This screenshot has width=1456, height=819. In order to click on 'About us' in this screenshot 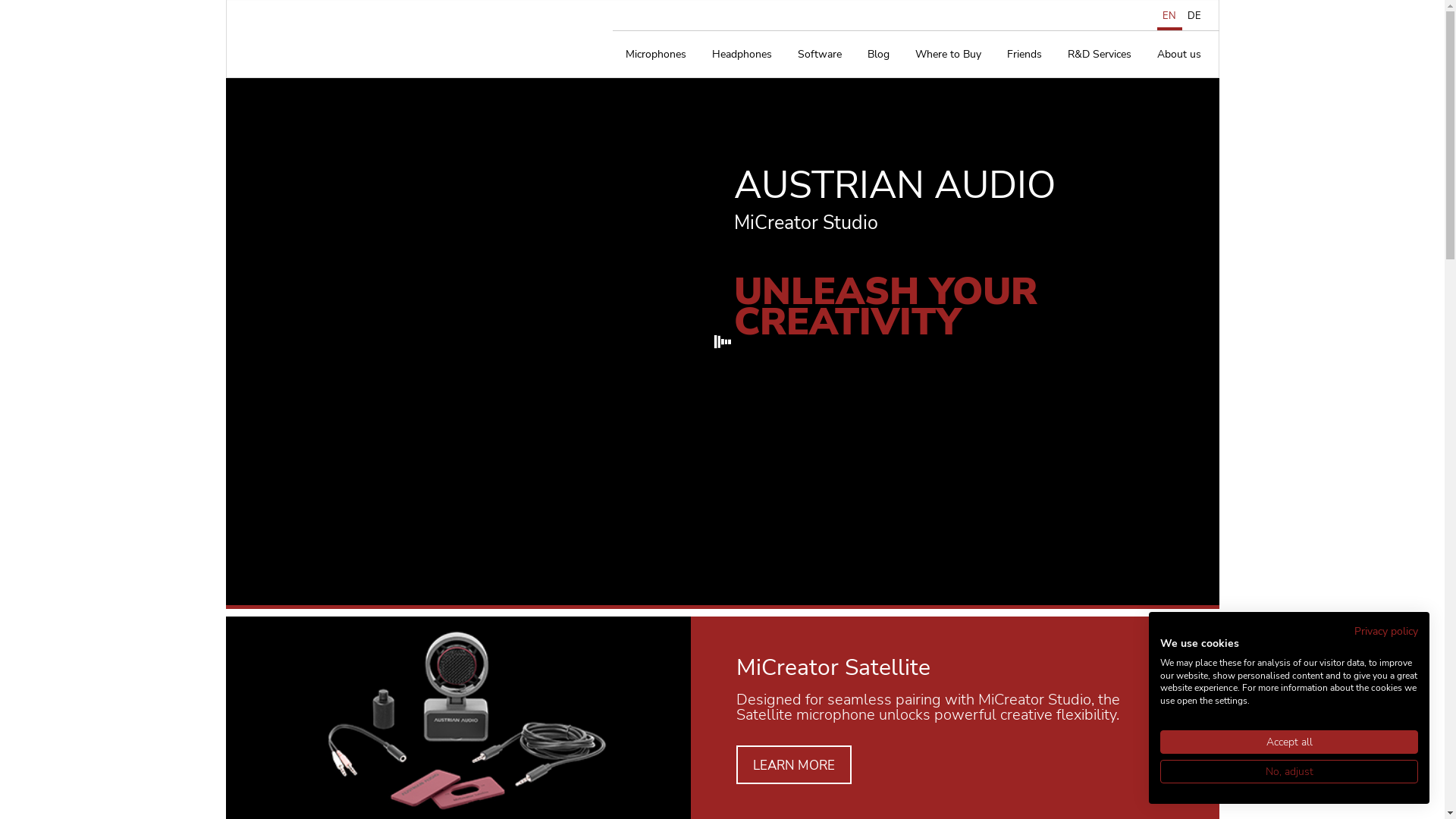, I will do `click(1178, 54)`.